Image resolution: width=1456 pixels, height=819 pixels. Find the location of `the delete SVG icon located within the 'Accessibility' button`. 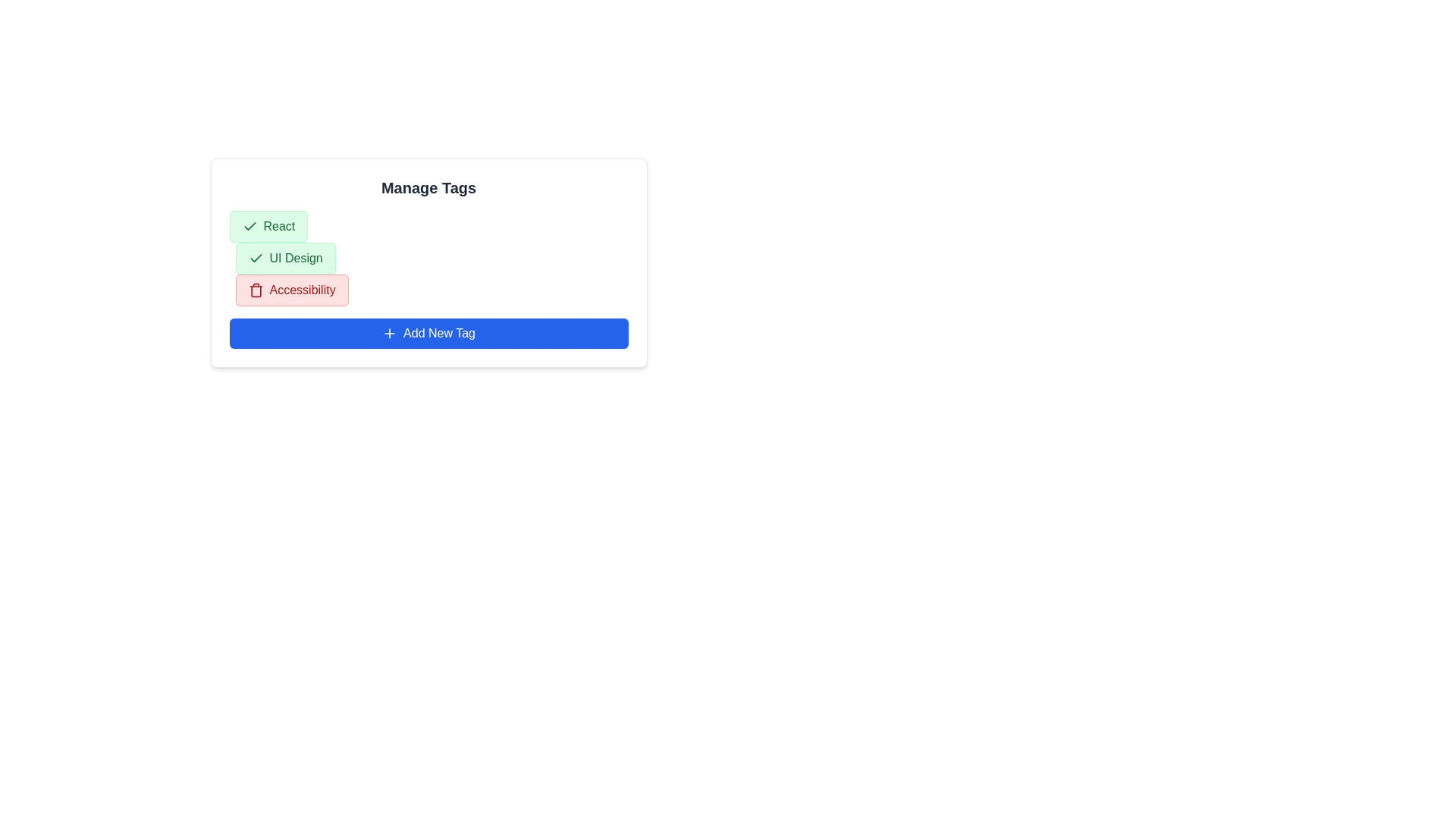

the delete SVG icon located within the 'Accessibility' button is located at coordinates (256, 290).